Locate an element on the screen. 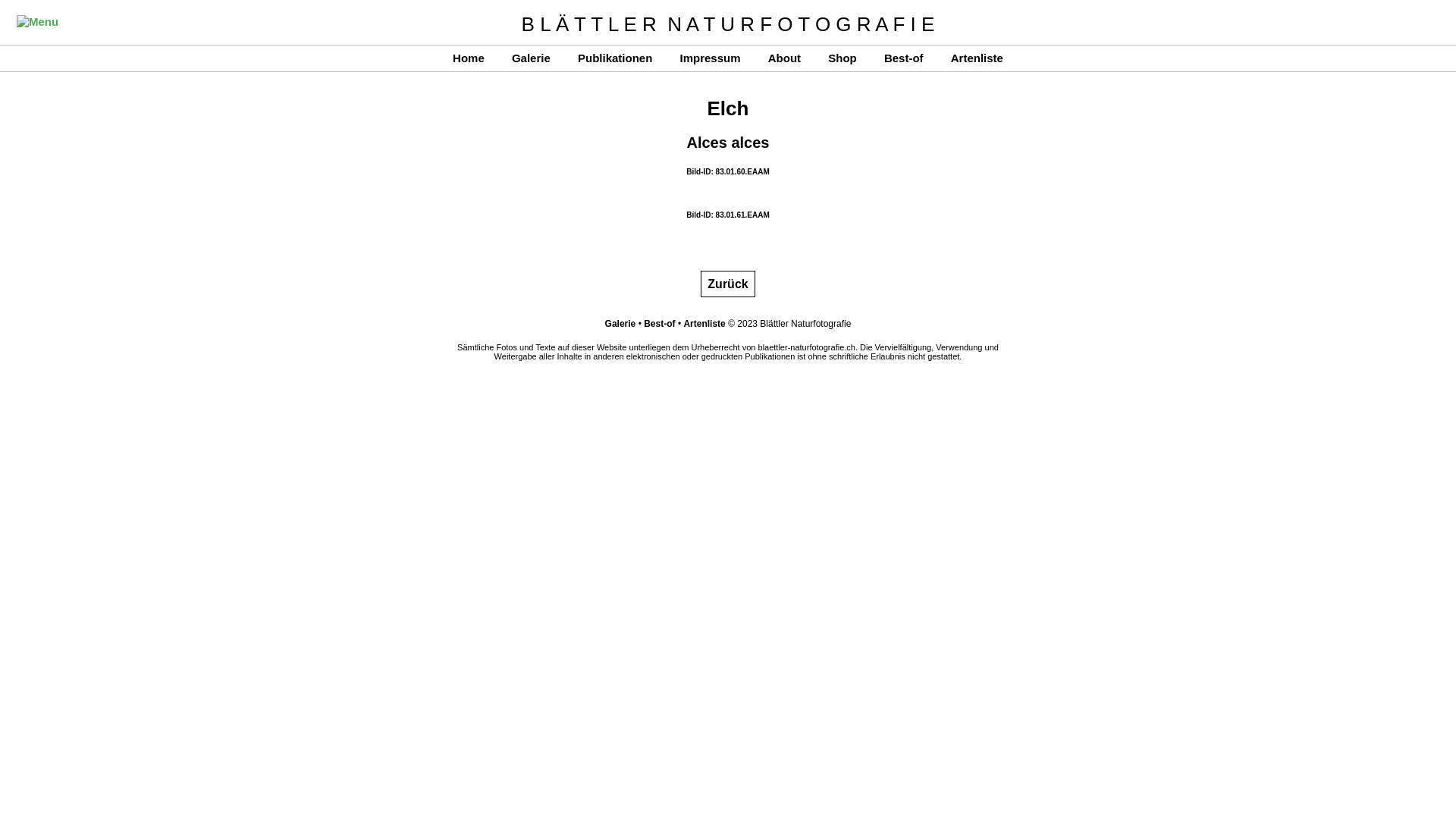  'Shop' is located at coordinates (841, 57).